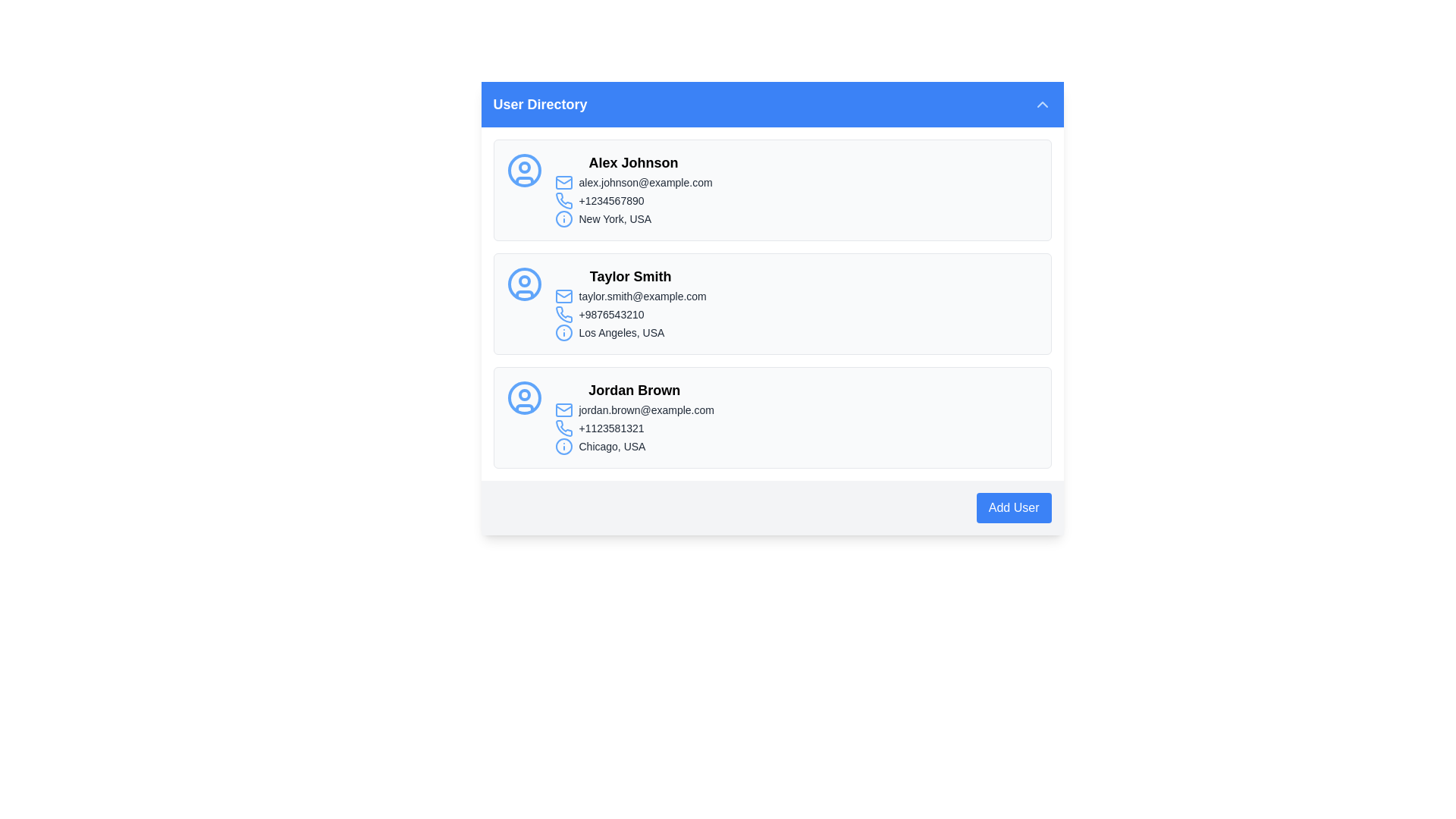  What do you see at coordinates (524, 394) in the screenshot?
I see `the filled circular graphical indicator within the user profile icon for 'Jordan Brown', which is the third profile card in the list` at bounding box center [524, 394].